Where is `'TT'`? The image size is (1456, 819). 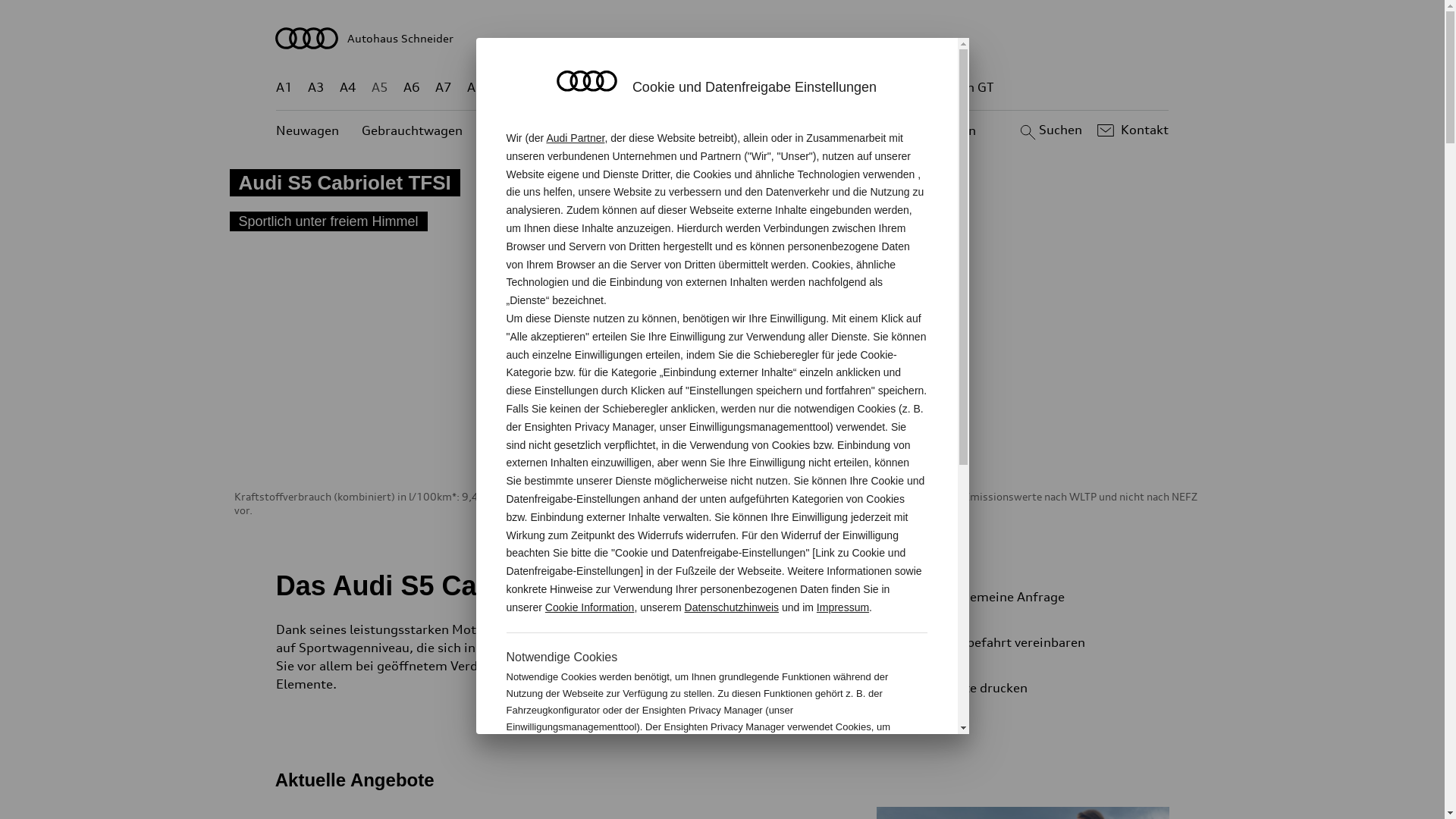 'TT' is located at coordinates (814, 87).